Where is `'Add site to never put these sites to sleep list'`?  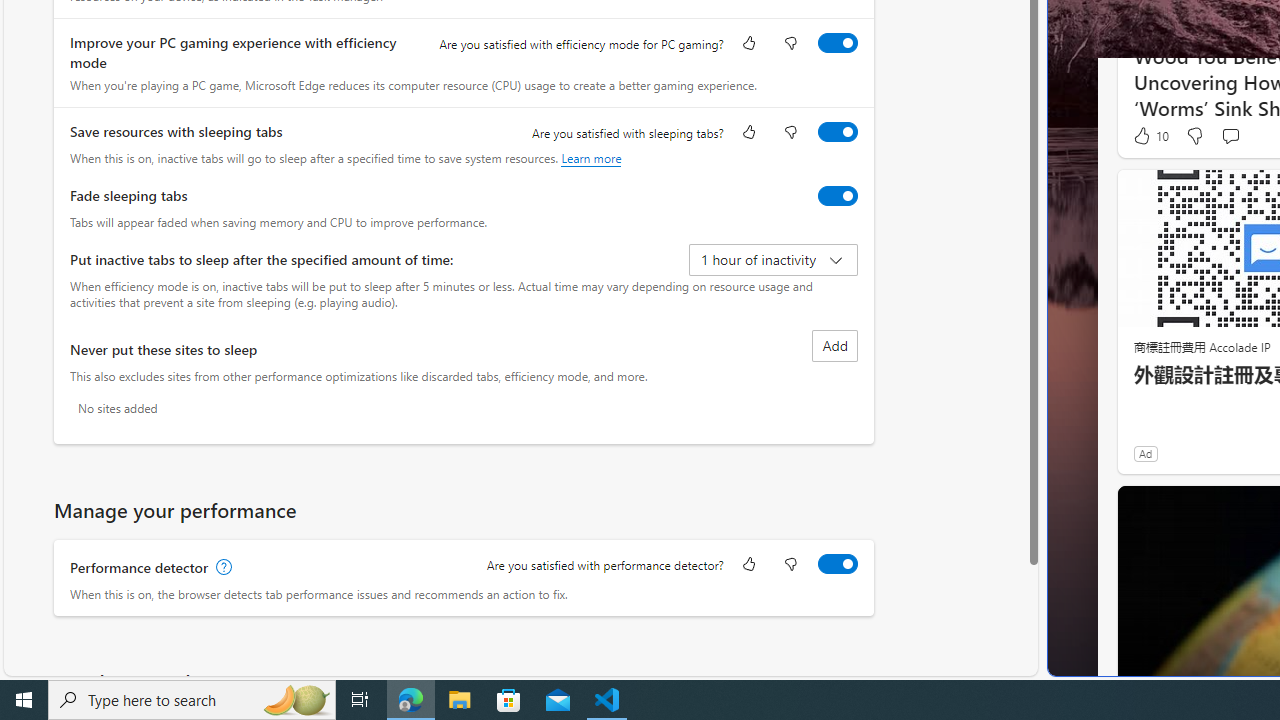
'Add site to never put these sites to sleep list' is located at coordinates (834, 344).